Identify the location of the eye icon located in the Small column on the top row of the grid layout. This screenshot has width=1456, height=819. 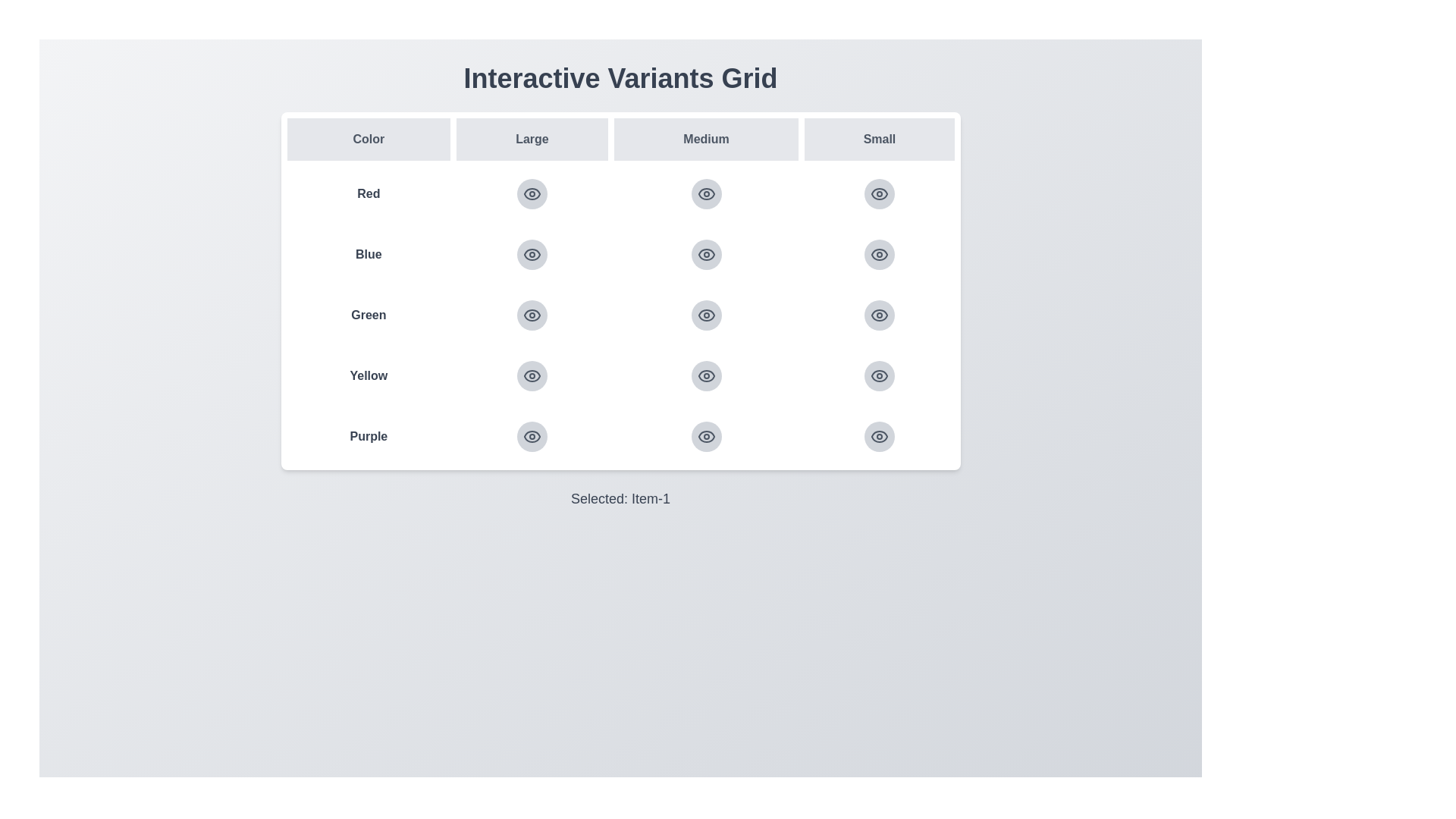
(880, 193).